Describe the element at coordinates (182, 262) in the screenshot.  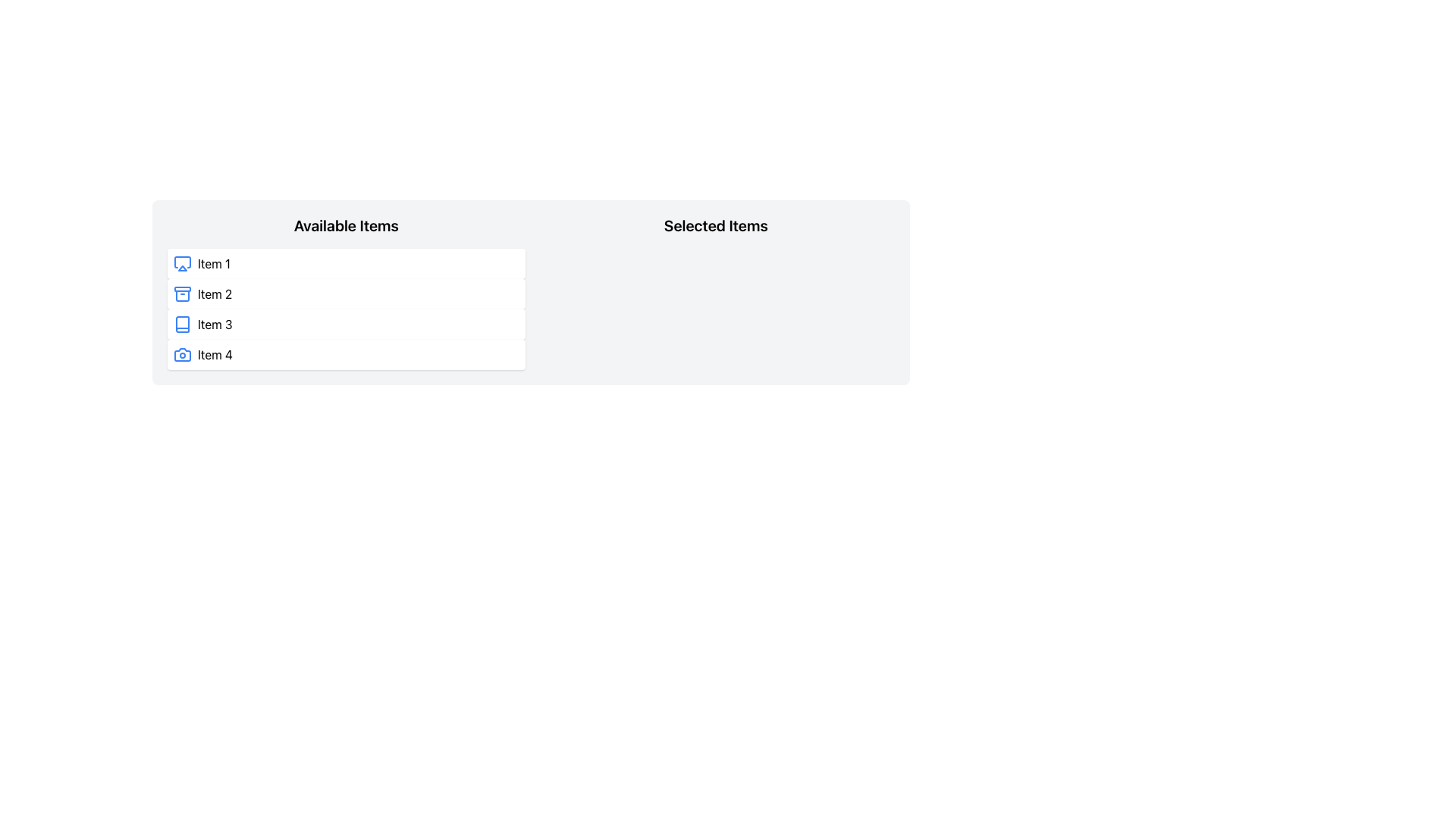
I see `the function of the Airplay icon located at the start of the 'Item 1' row in the 'Available Items' section` at that location.